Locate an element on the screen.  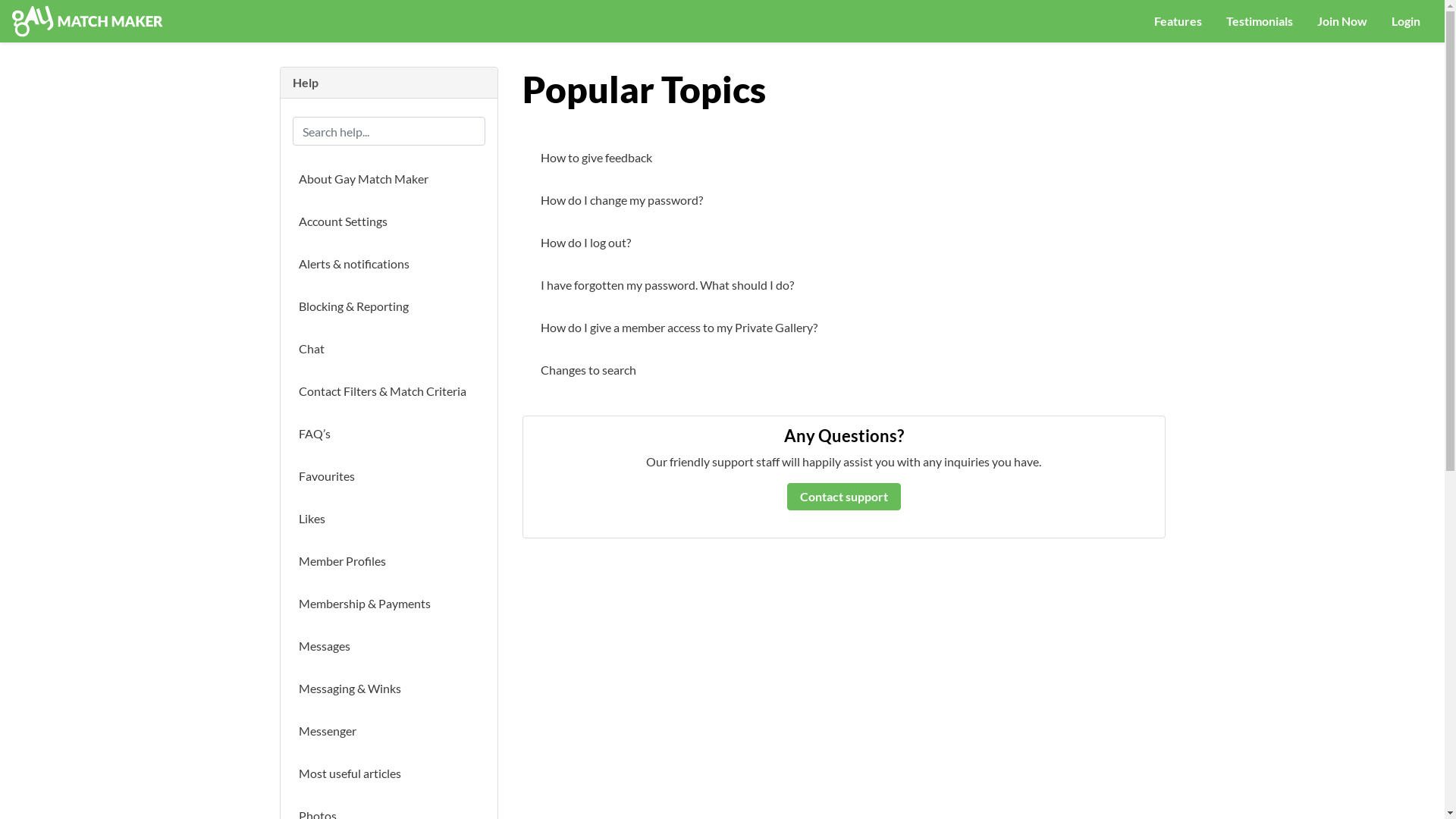
'Alerts & notifications' is located at coordinates (389, 262).